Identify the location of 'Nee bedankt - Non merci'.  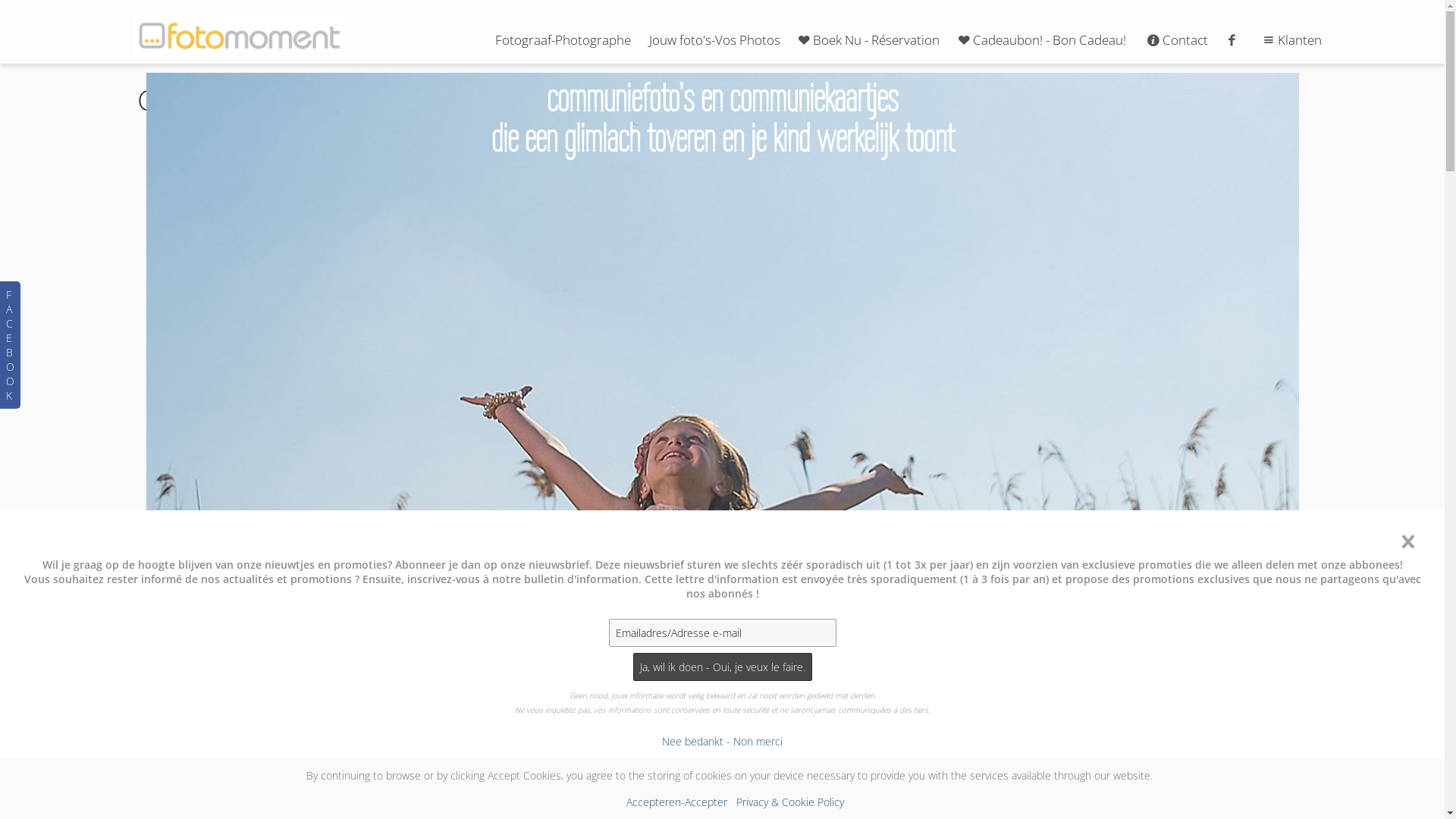
(721, 740).